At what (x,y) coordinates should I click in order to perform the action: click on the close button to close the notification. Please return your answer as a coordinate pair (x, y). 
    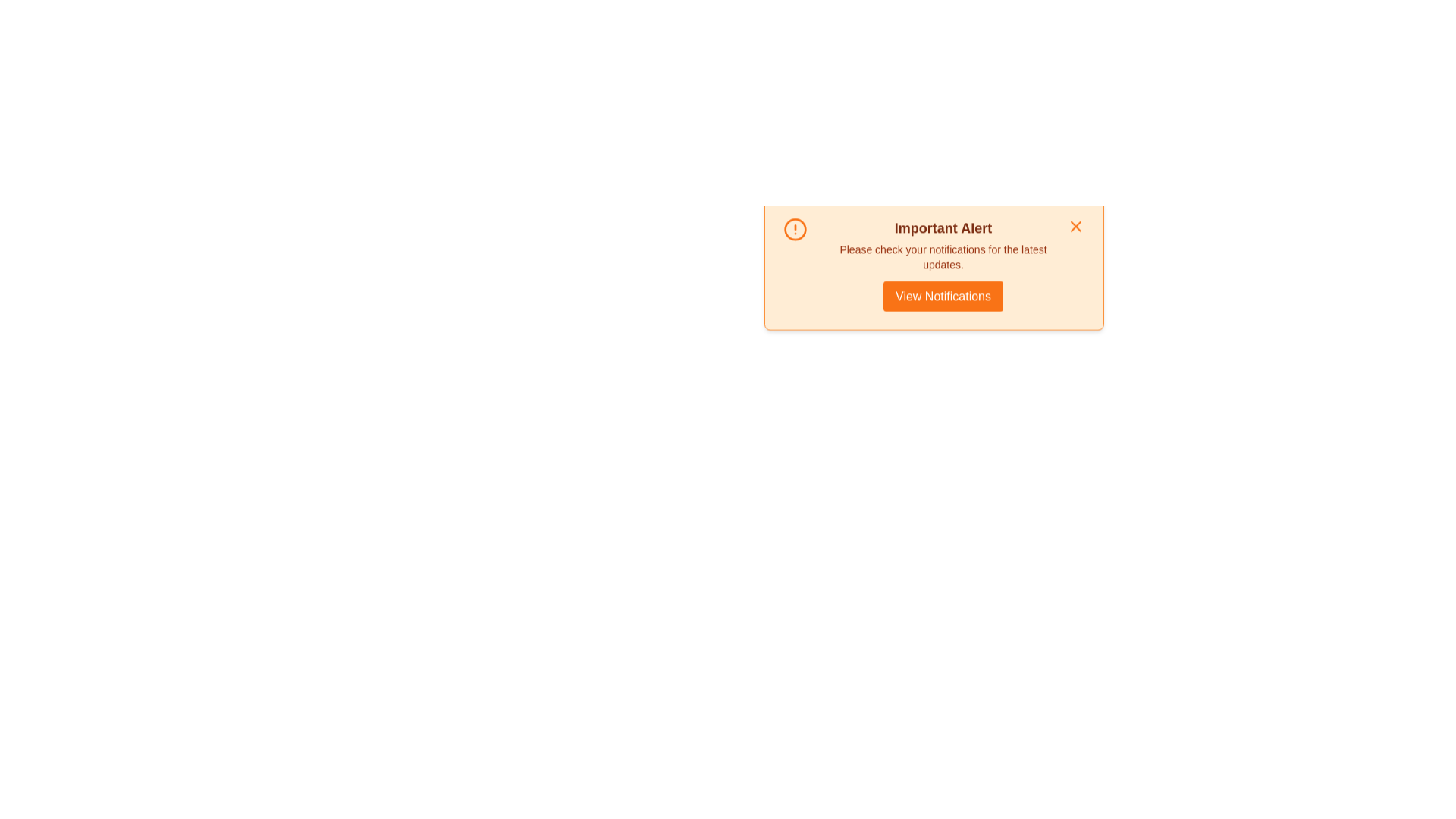
    Looking at the image, I should click on (1075, 237).